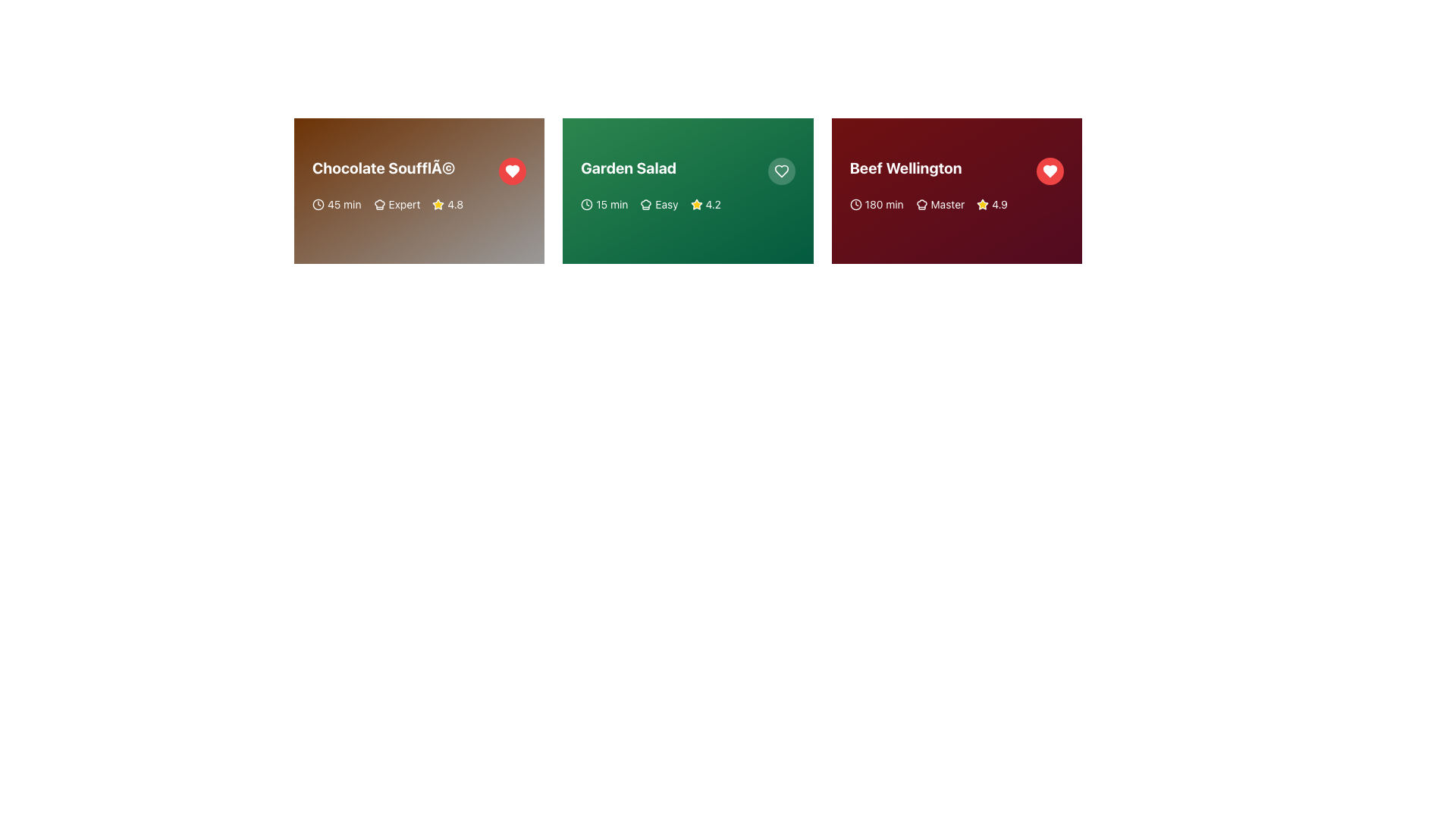 The height and width of the screenshot is (819, 1456). What do you see at coordinates (604, 205) in the screenshot?
I see `the text element displaying '15 min' with a clock icon in the lower-left area of the 'Garden Salad' card` at bounding box center [604, 205].